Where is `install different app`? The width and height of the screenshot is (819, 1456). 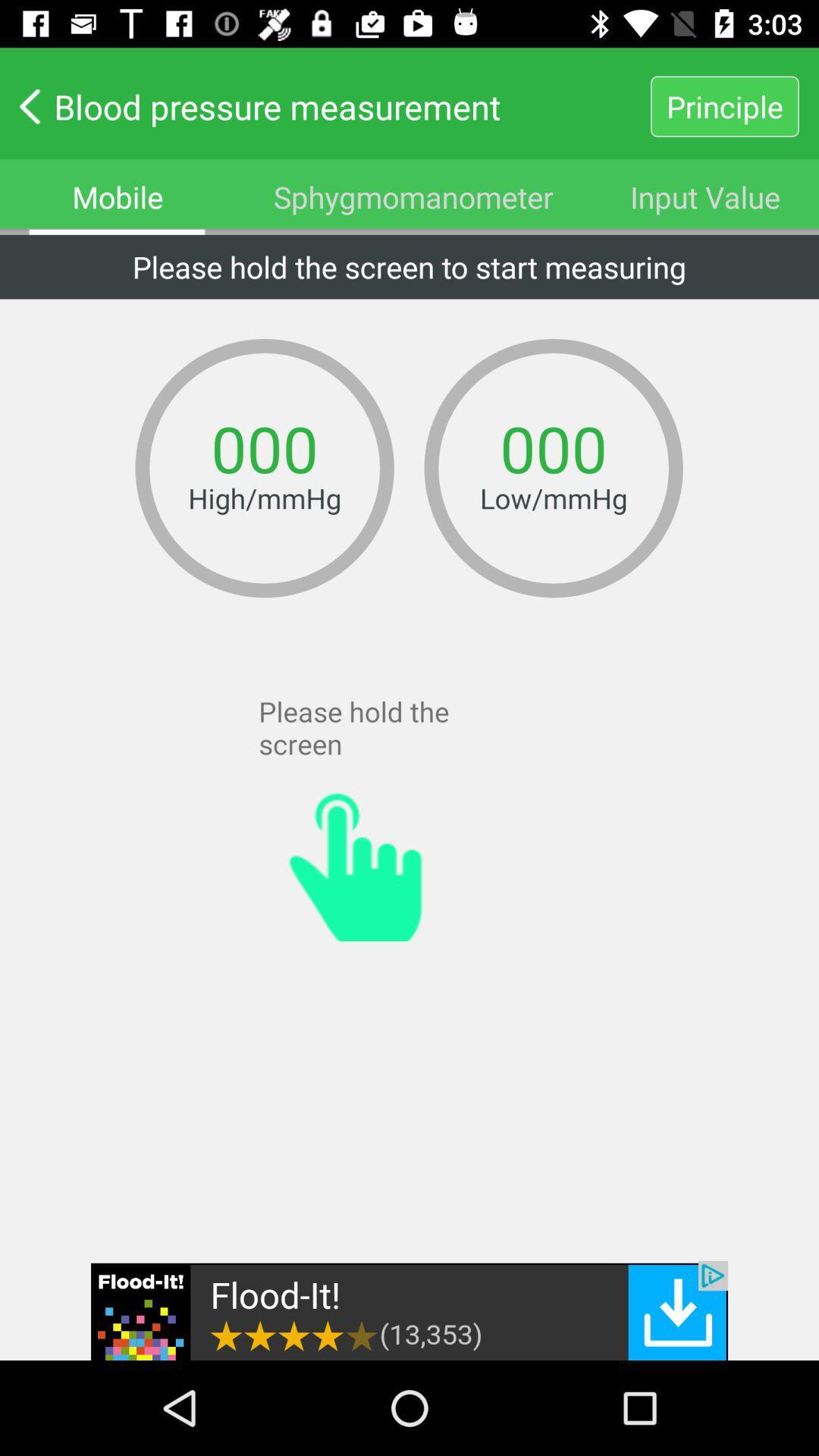
install different app is located at coordinates (409, 1310).